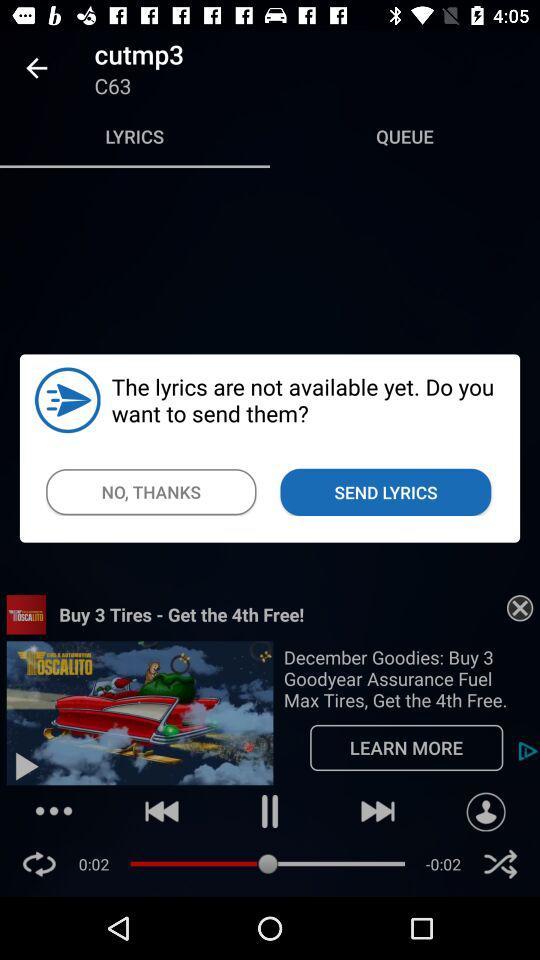 The height and width of the screenshot is (960, 540). I want to click on the profile icon  from the bottom right, so click(485, 811).